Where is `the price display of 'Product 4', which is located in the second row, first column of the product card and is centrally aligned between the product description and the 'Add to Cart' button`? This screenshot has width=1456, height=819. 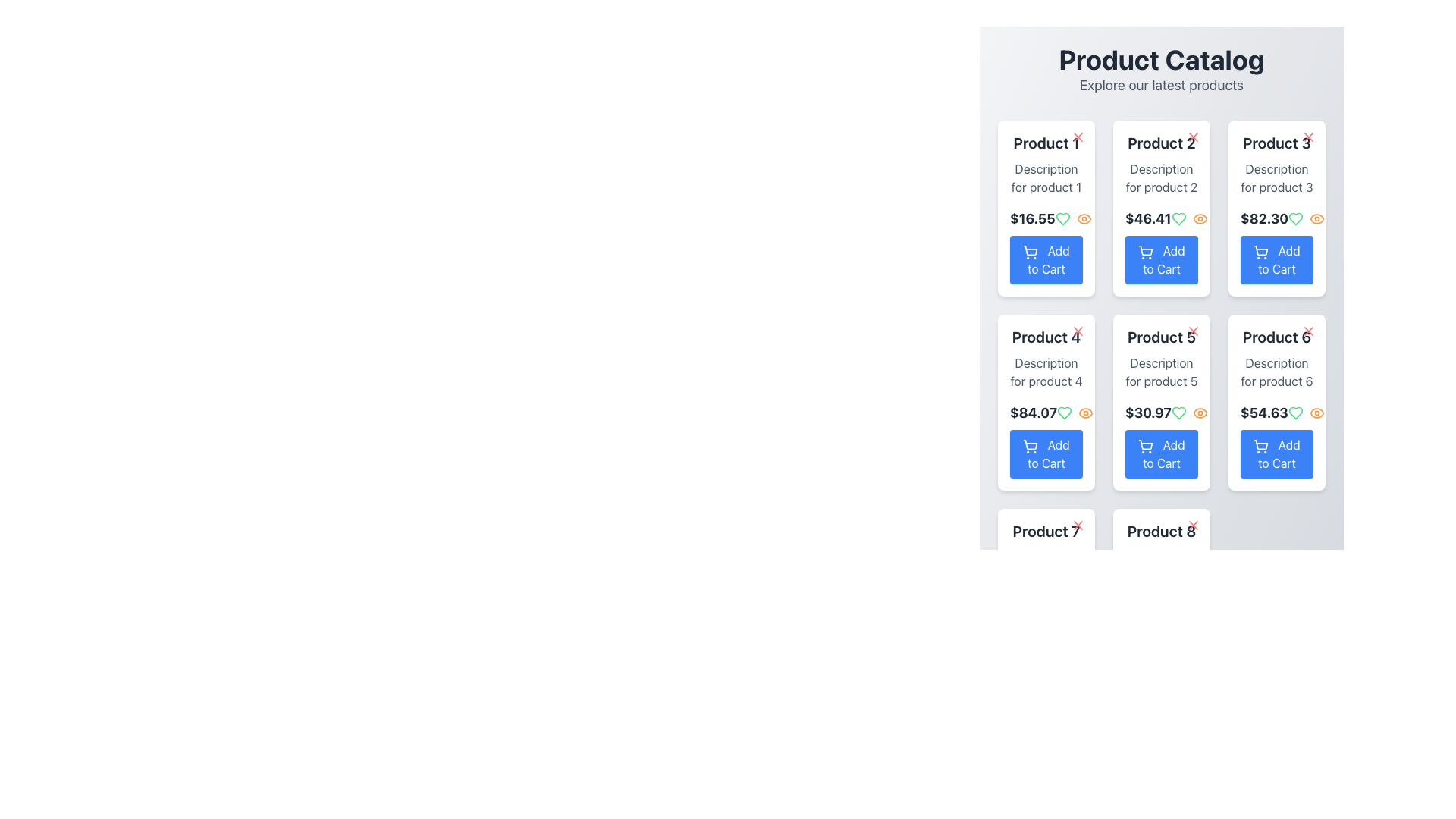 the price display of 'Product 4', which is located in the second row, first column of the product card and is centrally aligned between the product description and the 'Add to Cart' button is located at coordinates (1046, 413).